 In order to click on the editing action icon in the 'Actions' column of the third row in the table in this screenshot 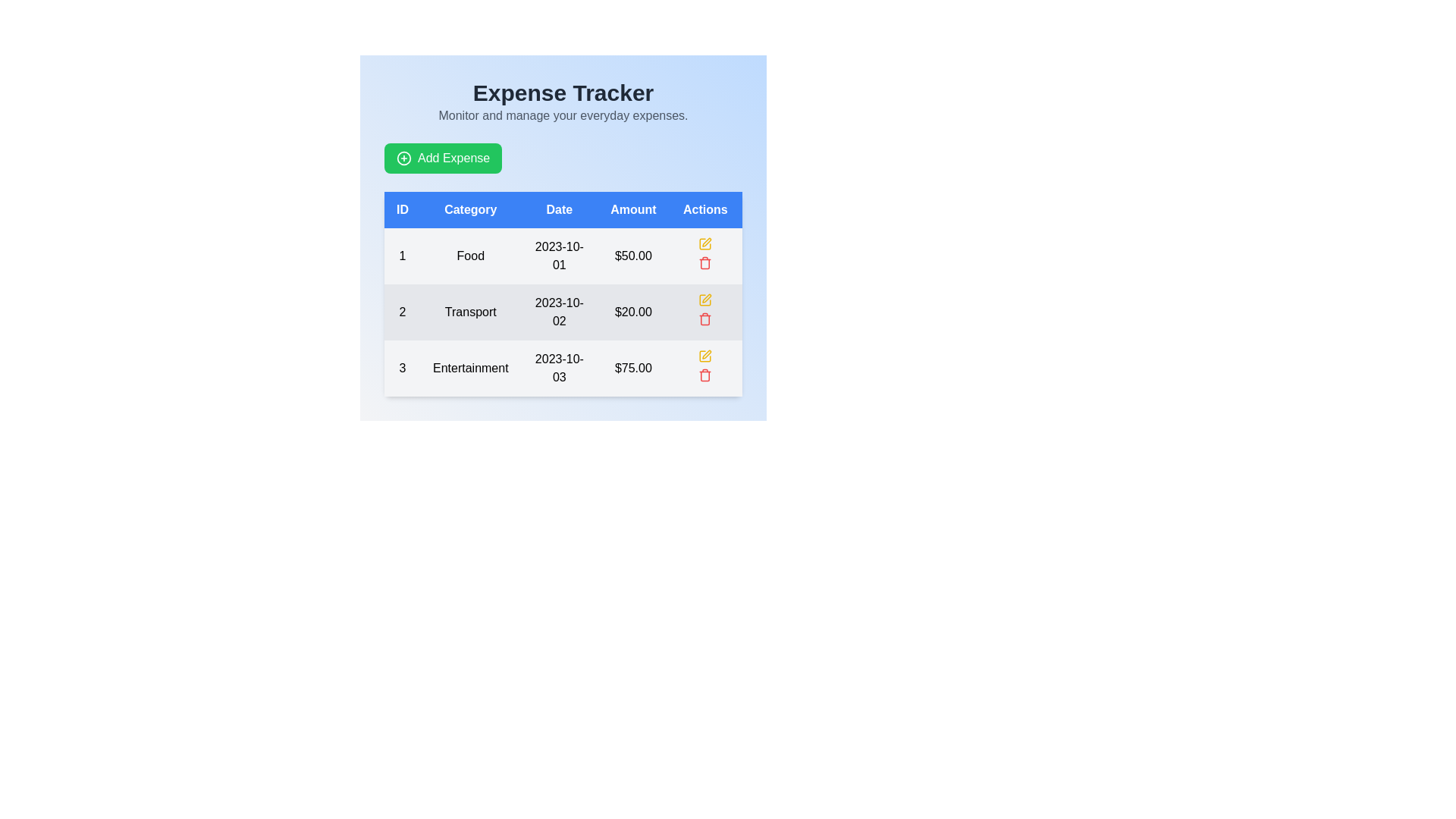, I will do `click(706, 354)`.